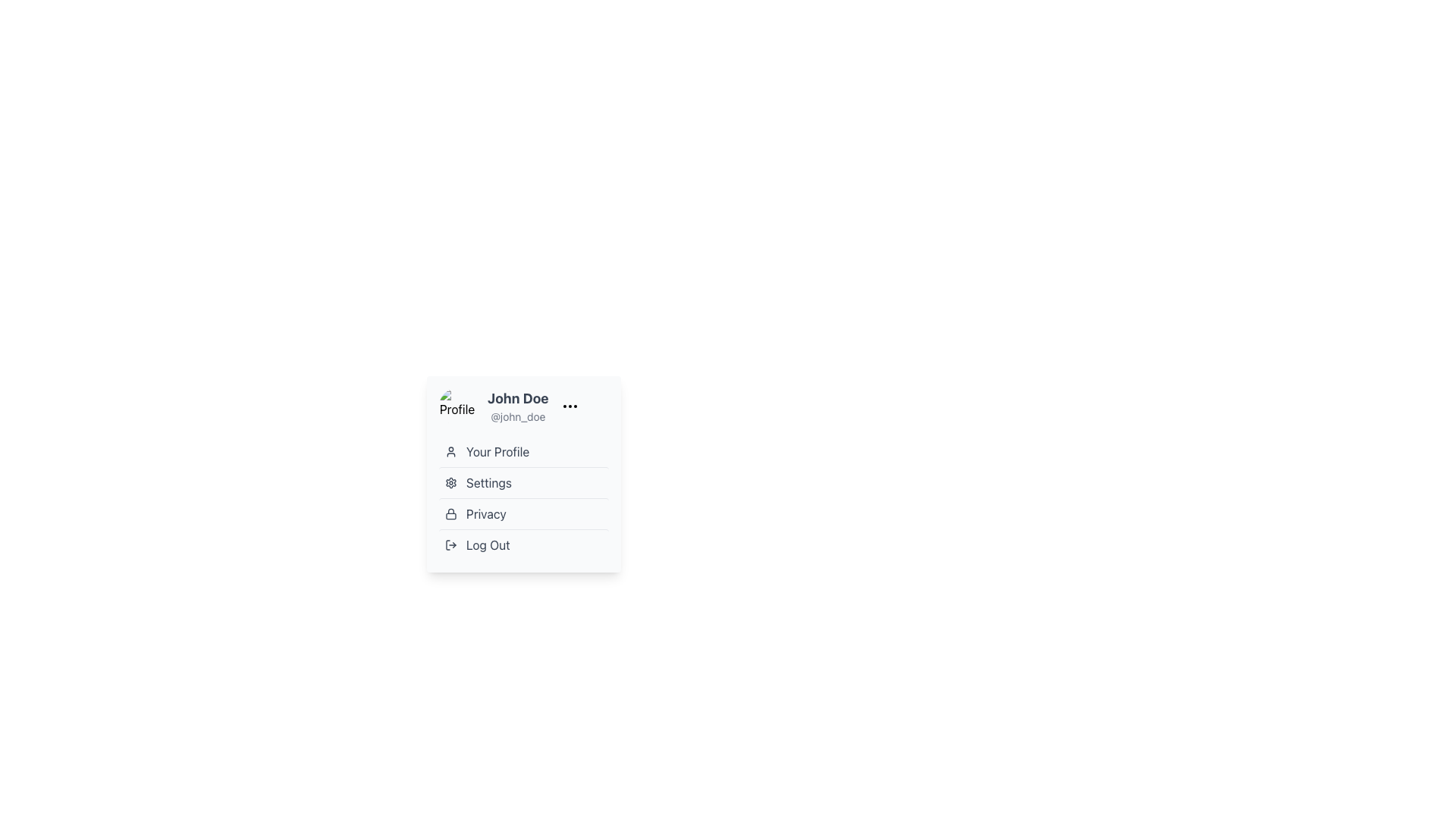 Image resolution: width=1456 pixels, height=819 pixels. What do you see at coordinates (524, 543) in the screenshot?
I see `the logout button located as the last item in the dropdown menu in the bottom right corner to terminate the user's session` at bounding box center [524, 543].